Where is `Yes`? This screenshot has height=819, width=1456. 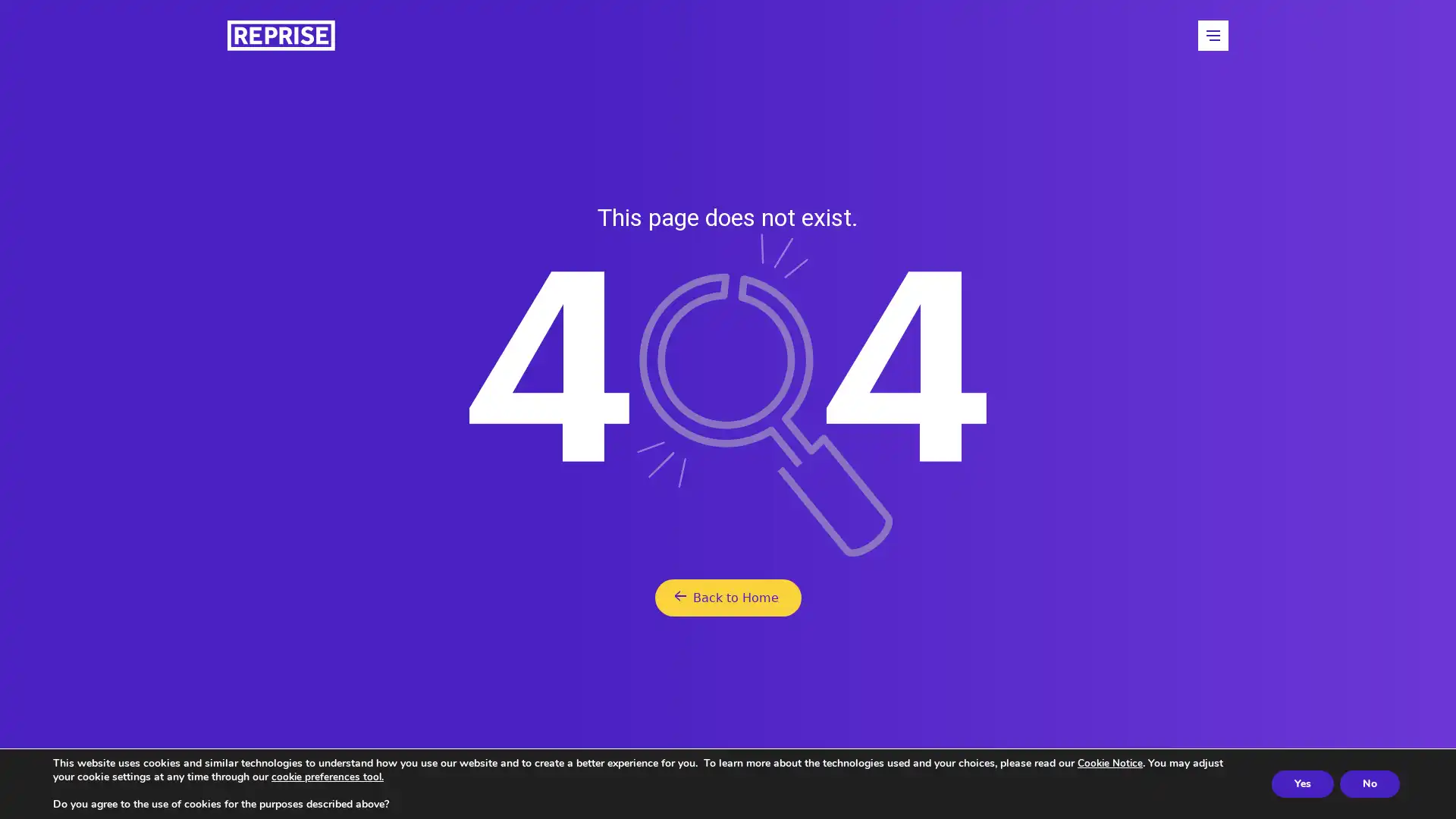
Yes is located at coordinates (1302, 783).